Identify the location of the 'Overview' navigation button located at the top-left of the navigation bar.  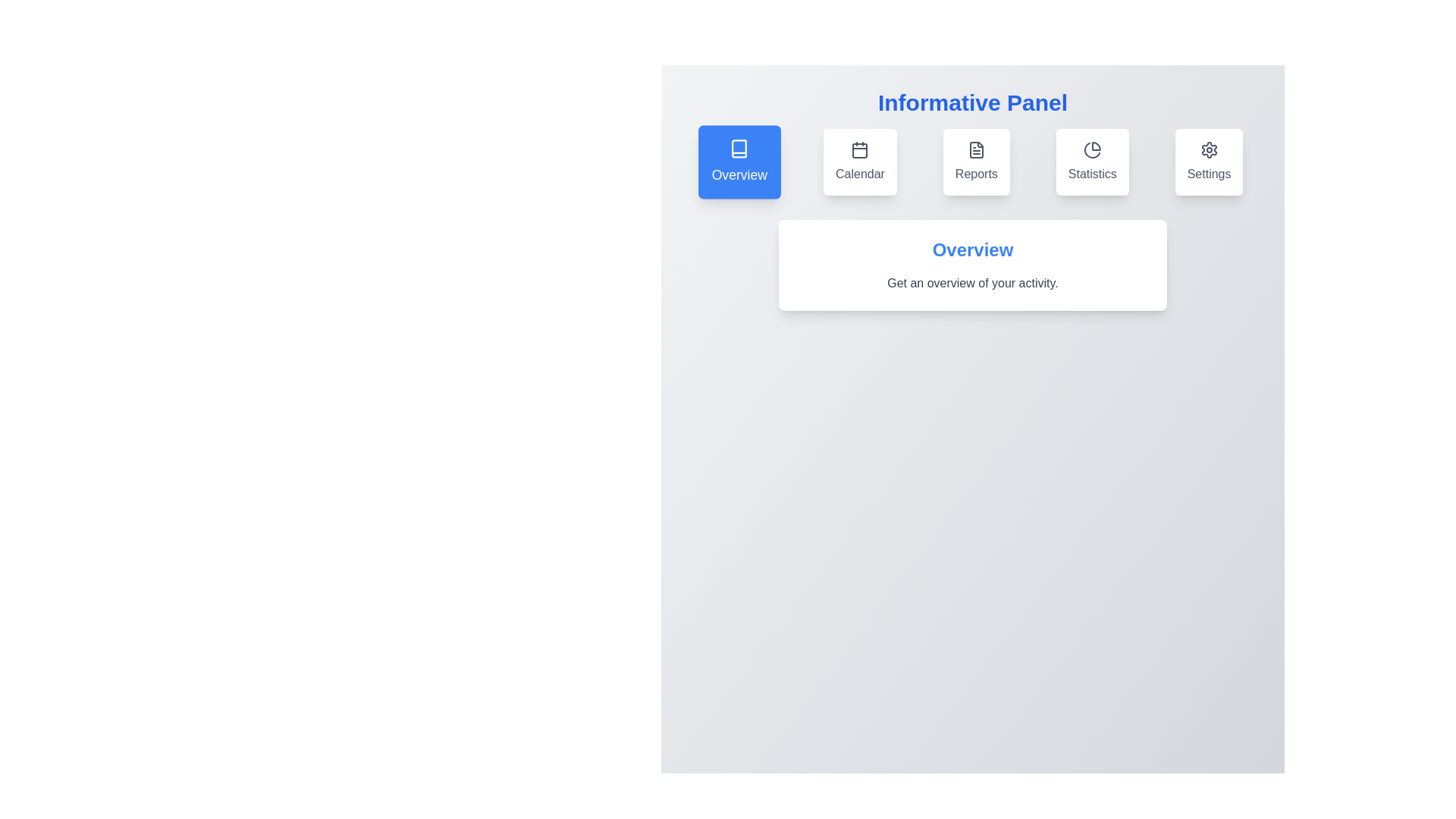
(739, 162).